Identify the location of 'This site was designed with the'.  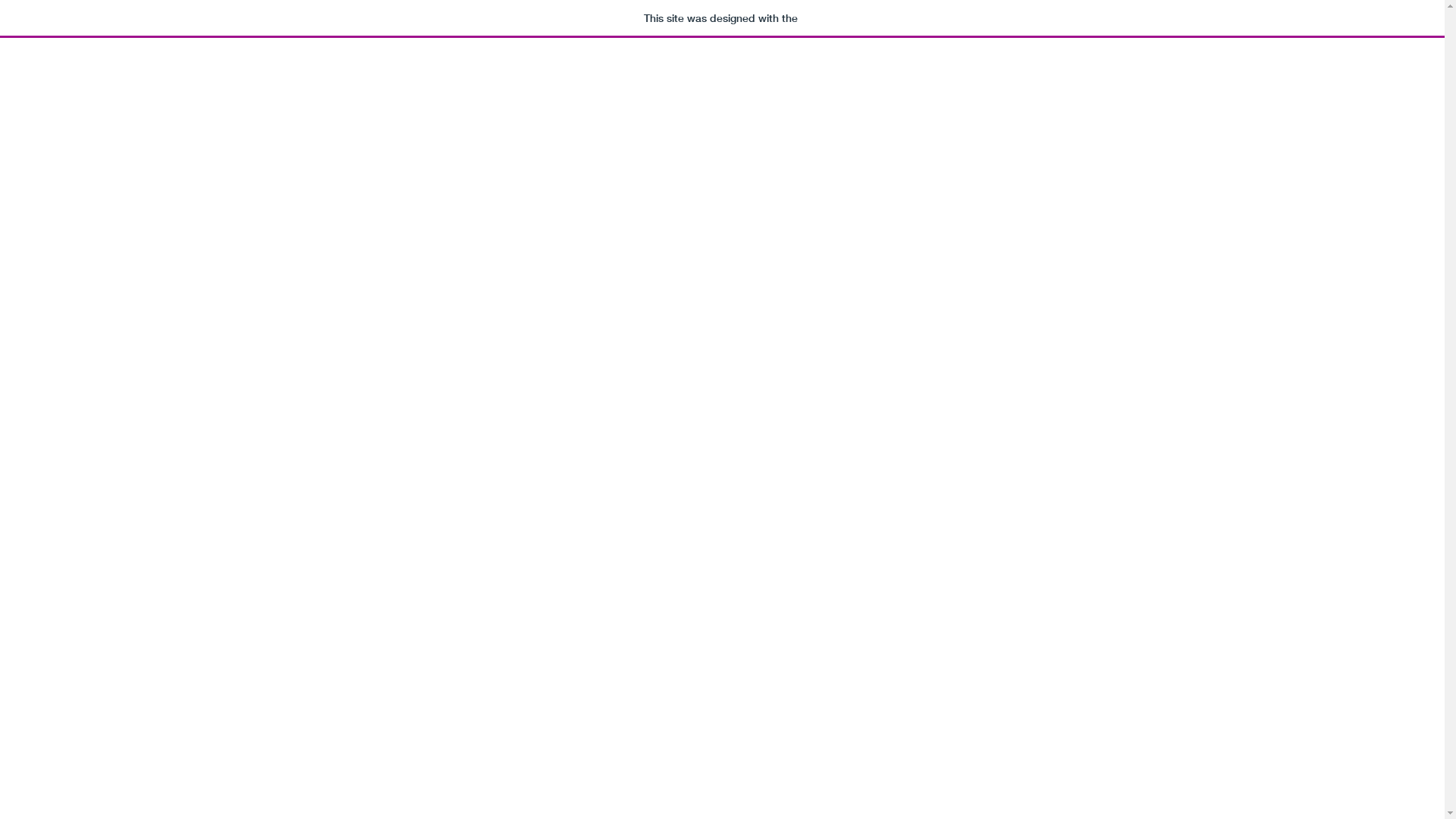
(721, 18).